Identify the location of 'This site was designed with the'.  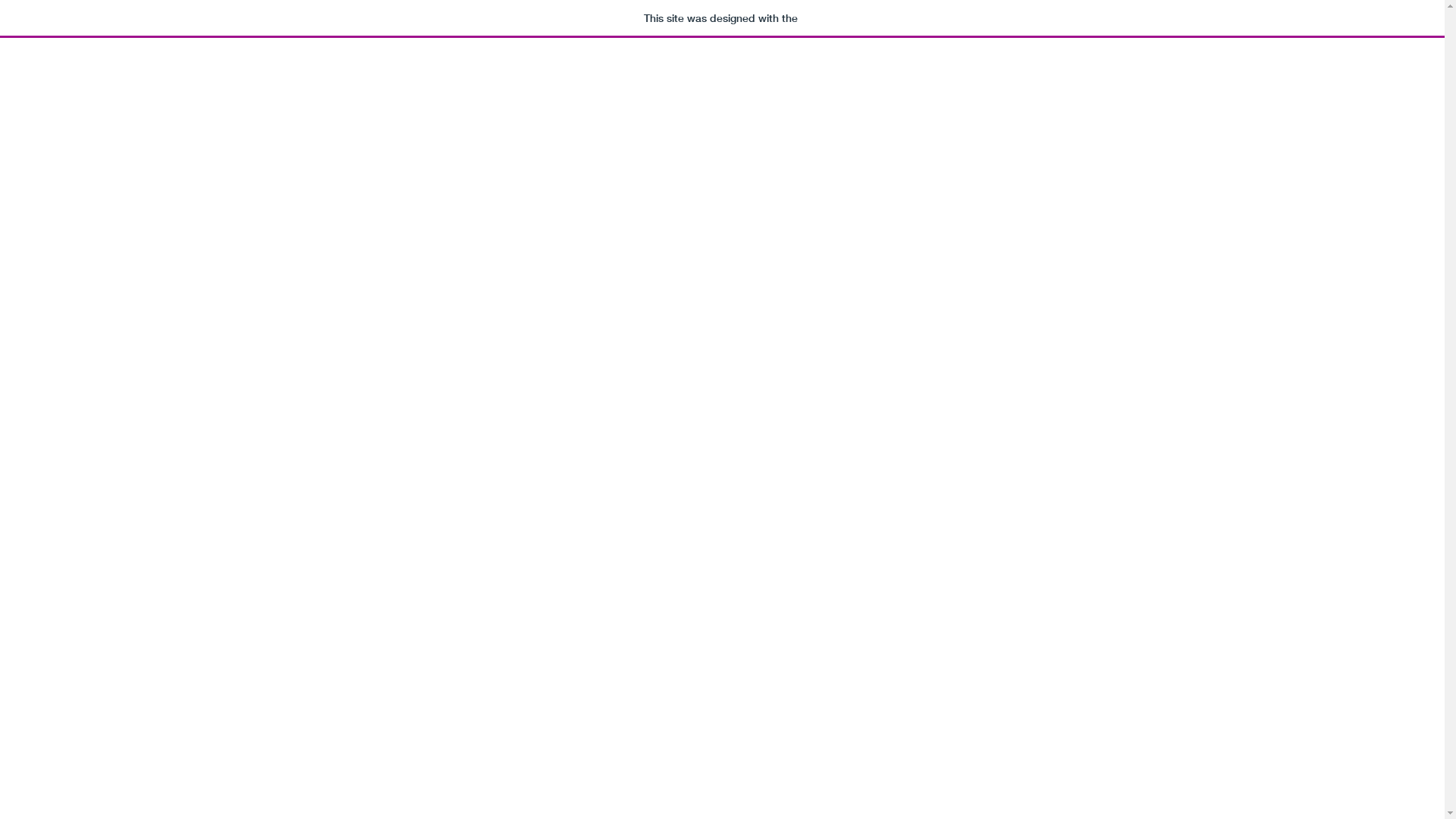
(721, 18).